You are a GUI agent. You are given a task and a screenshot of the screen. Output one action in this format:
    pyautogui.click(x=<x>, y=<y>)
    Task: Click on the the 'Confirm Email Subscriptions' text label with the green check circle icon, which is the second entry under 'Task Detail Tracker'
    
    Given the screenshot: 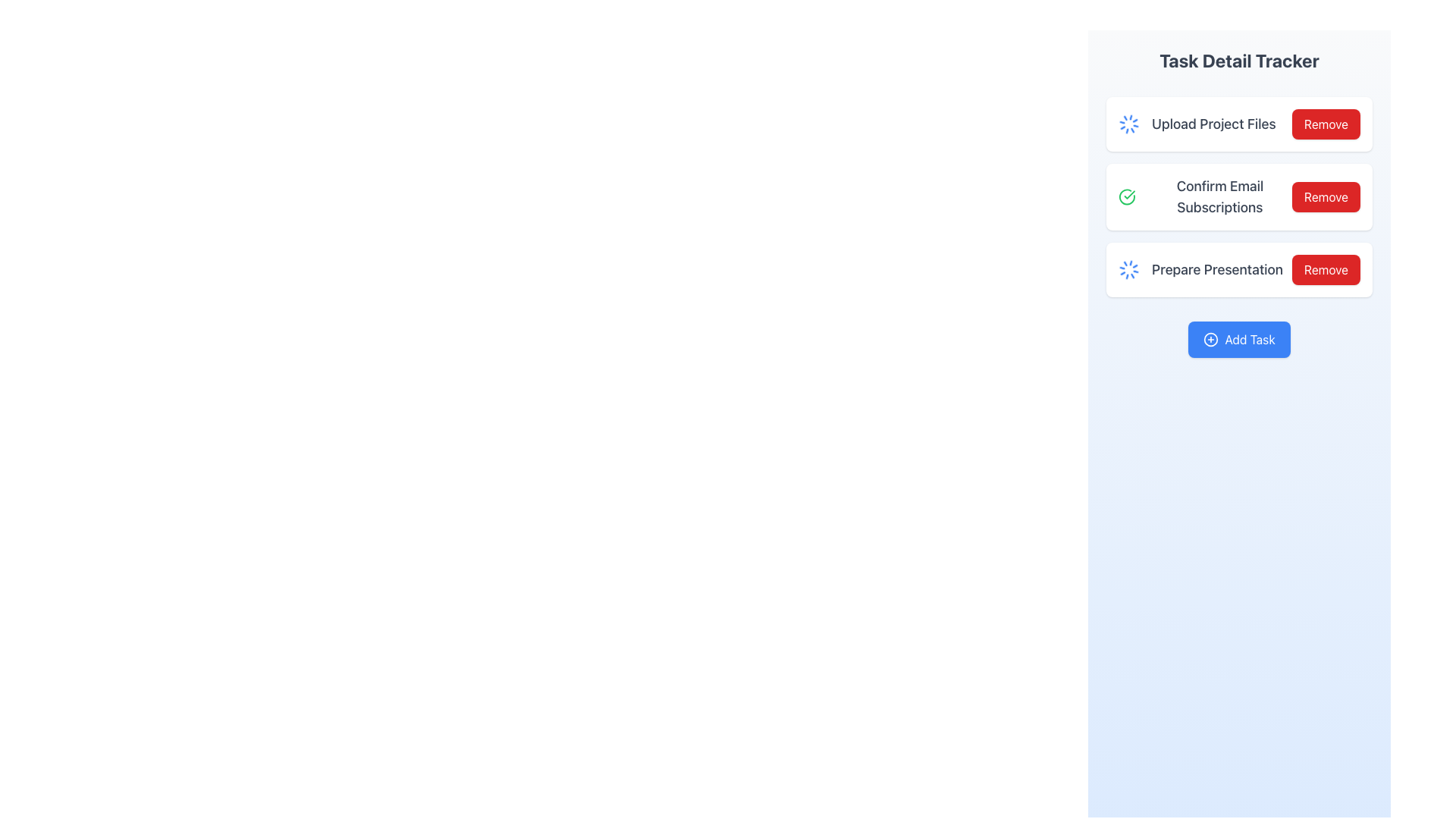 What is the action you would take?
    pyautogui.click(x=1204, y=196)
    